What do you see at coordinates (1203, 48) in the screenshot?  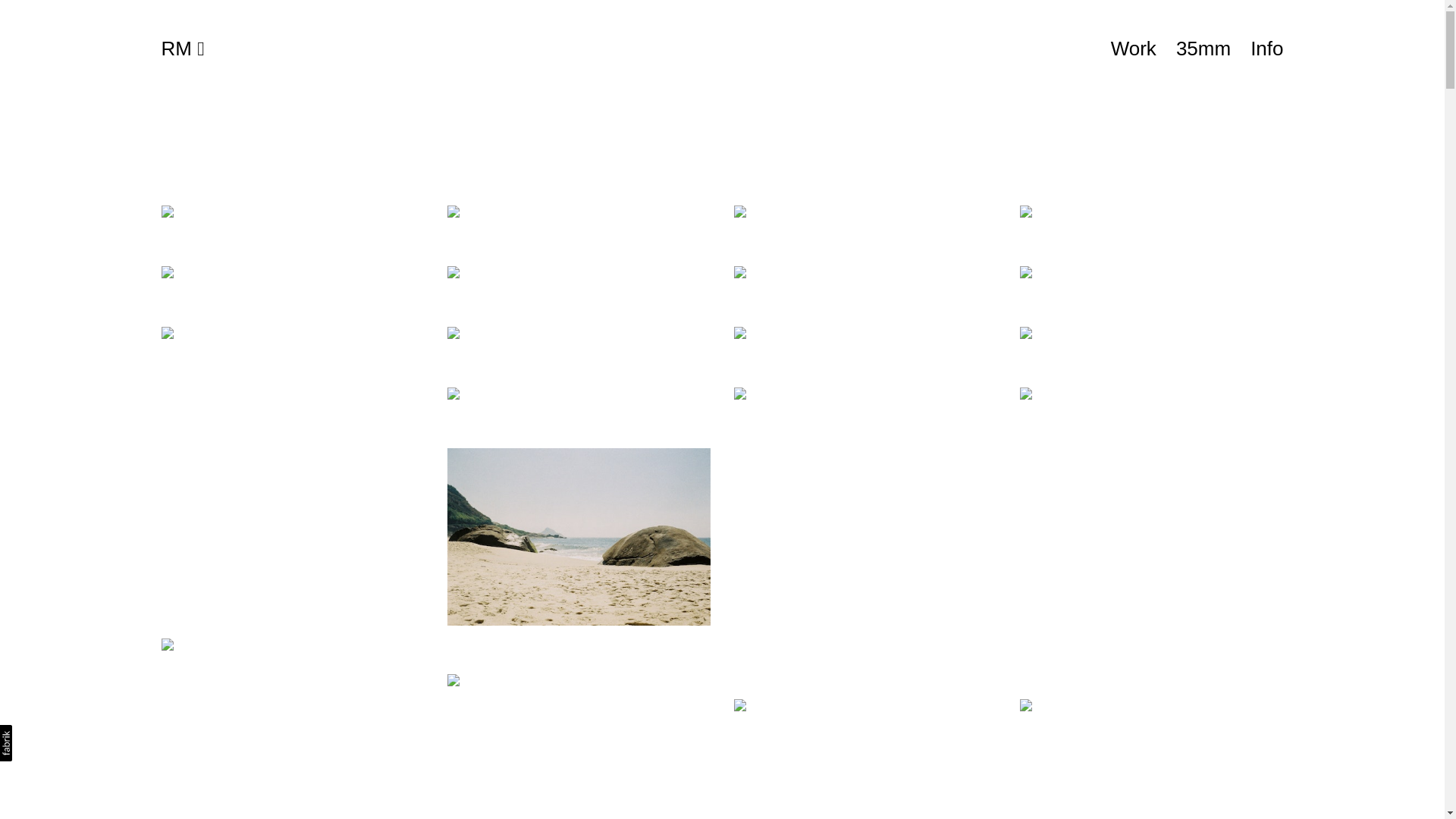 I see `'35mm'` at bounding box center [1203, 48].